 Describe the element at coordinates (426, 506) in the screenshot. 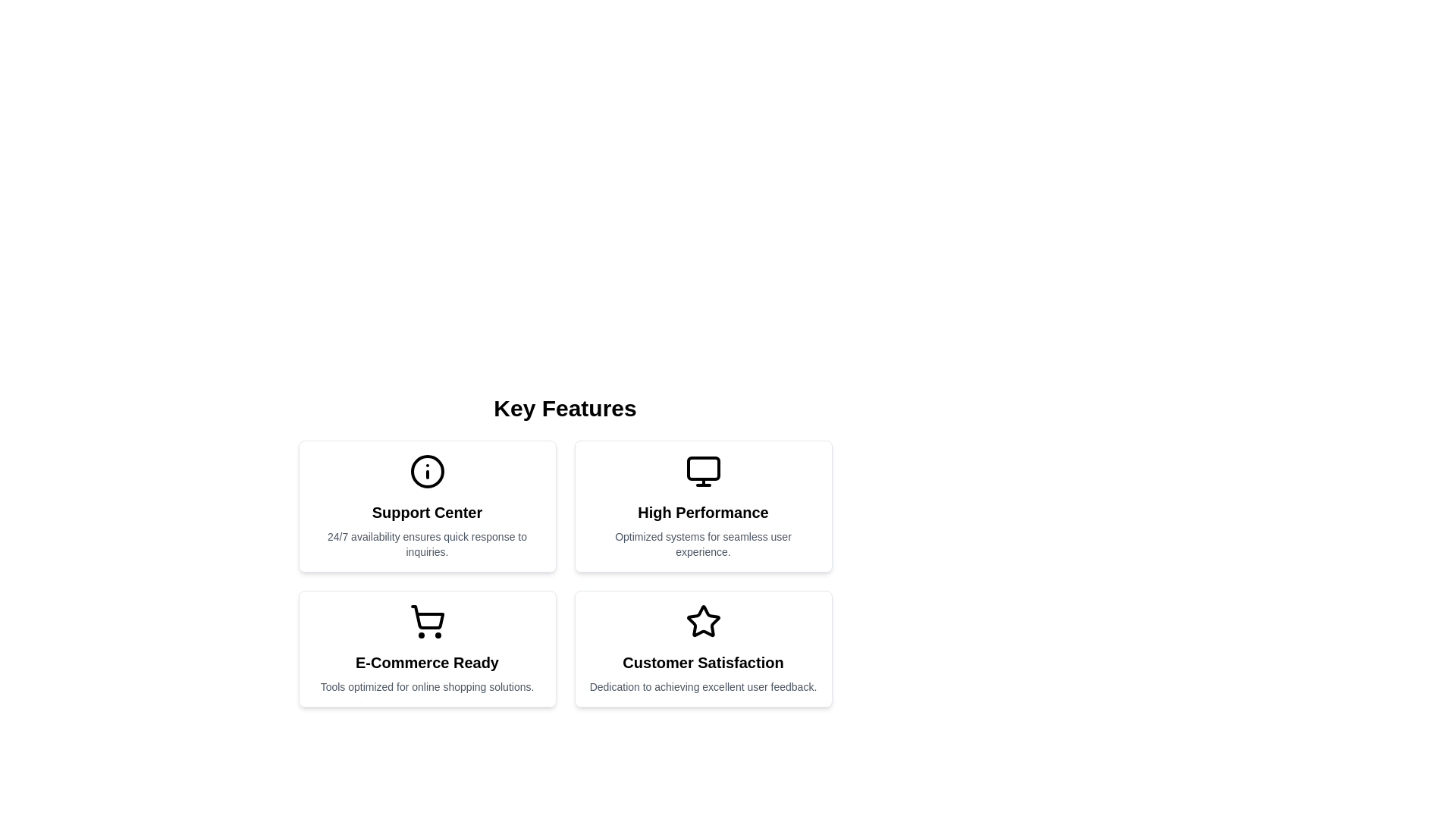

I see `the Informational Card in the top-left corner of the grid layout` at that location.